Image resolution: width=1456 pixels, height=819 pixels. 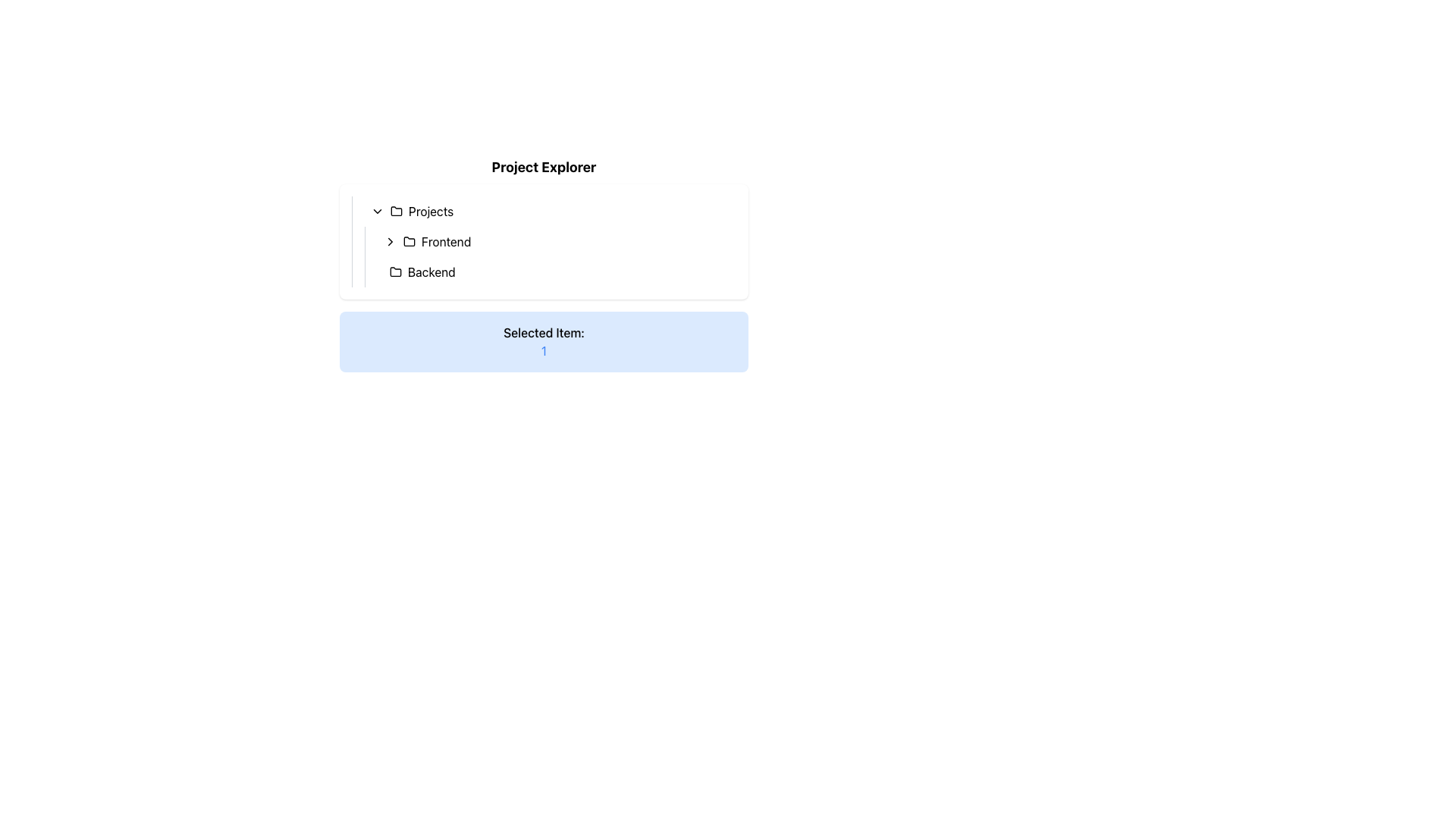 What do you see at coordinates (549, 241) in the screenshot?
I see `the 'Frontend' item` at bounding box center [549, 241].